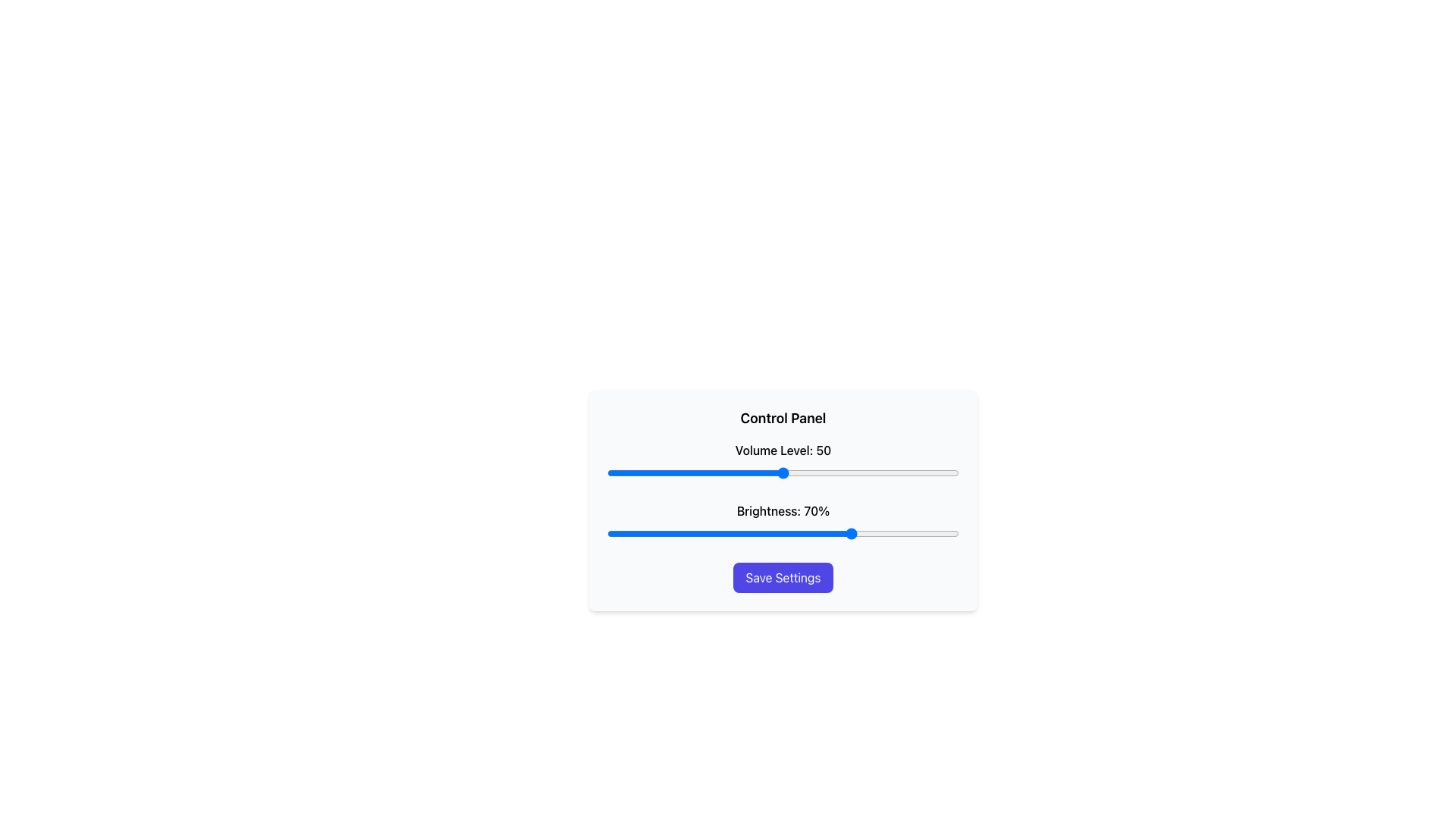 The image size is (1456, 819). What do you see at coordinates (783, 511) in the screenshot?
I see `the text label displaying 'Brightness: 70%' which is located above the brightness slider control in the control panel` at bounding box center [783, 511].